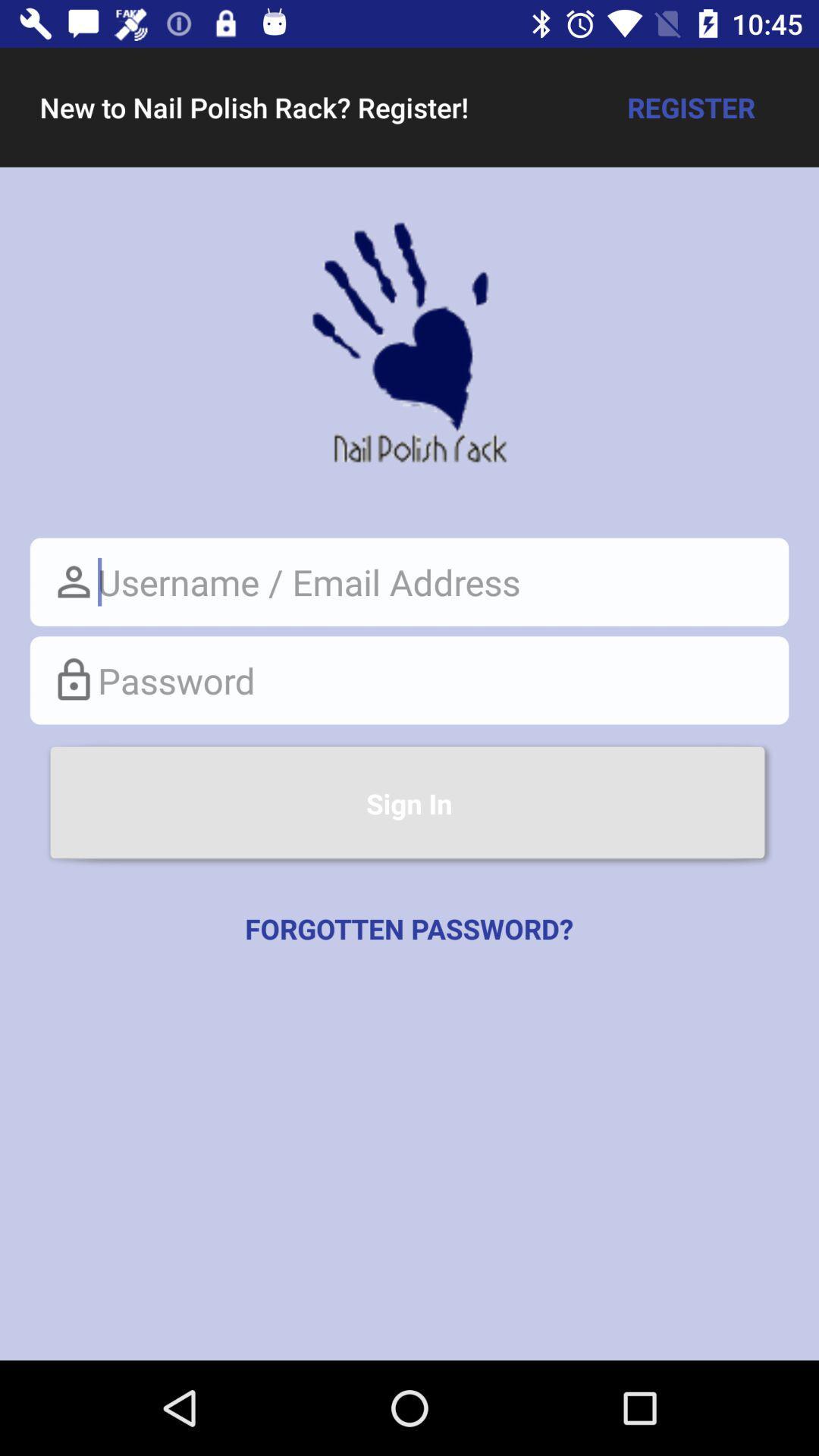 The image size is (819, 1456). What do you see at coordinates (409, 581) in the screenshot?
I see `username` at bounding box center [409, 581].